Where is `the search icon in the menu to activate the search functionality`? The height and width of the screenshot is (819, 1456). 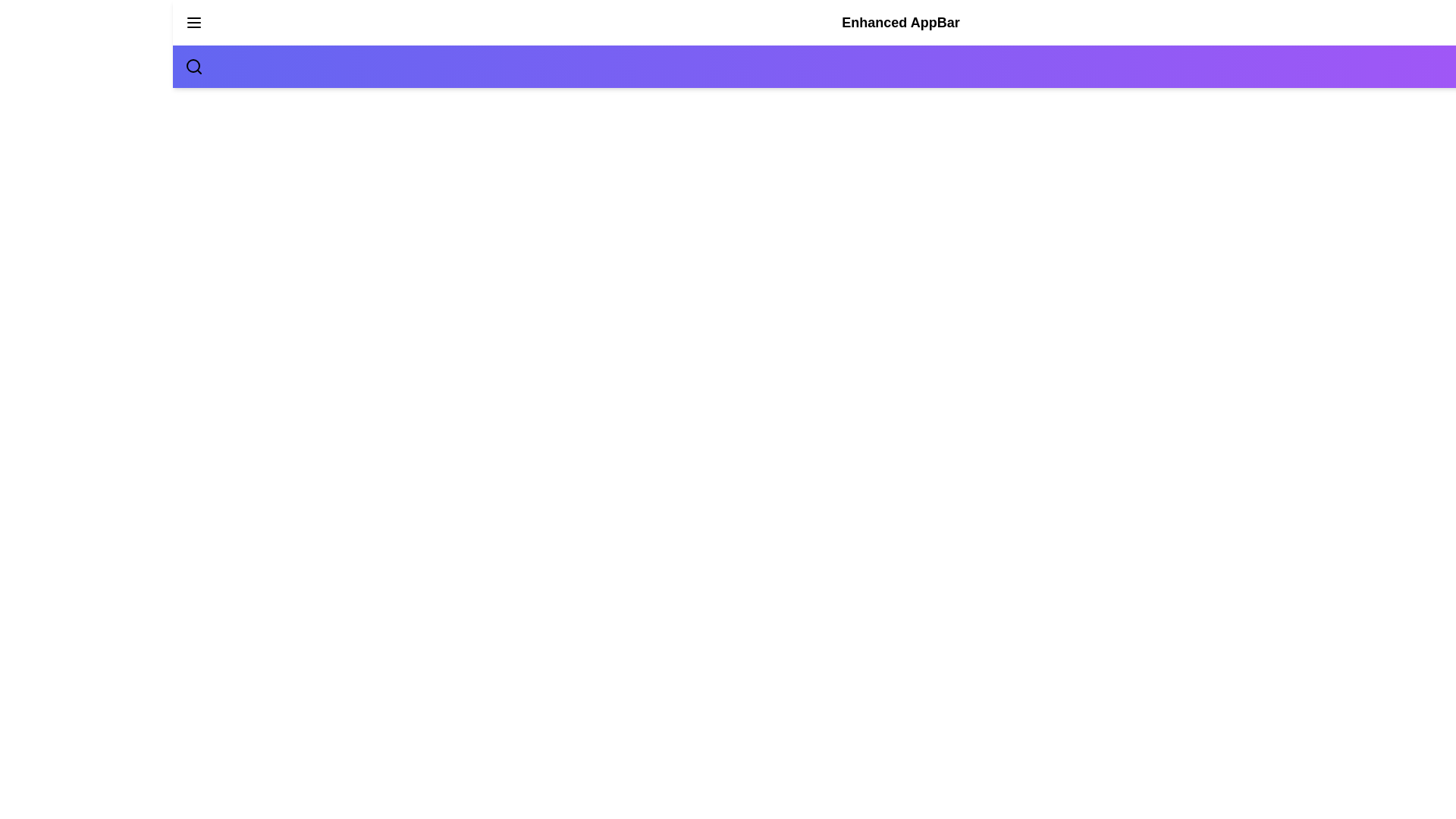 the search icon in the menu to activate the search functionality is located at coordinates (193, 66).